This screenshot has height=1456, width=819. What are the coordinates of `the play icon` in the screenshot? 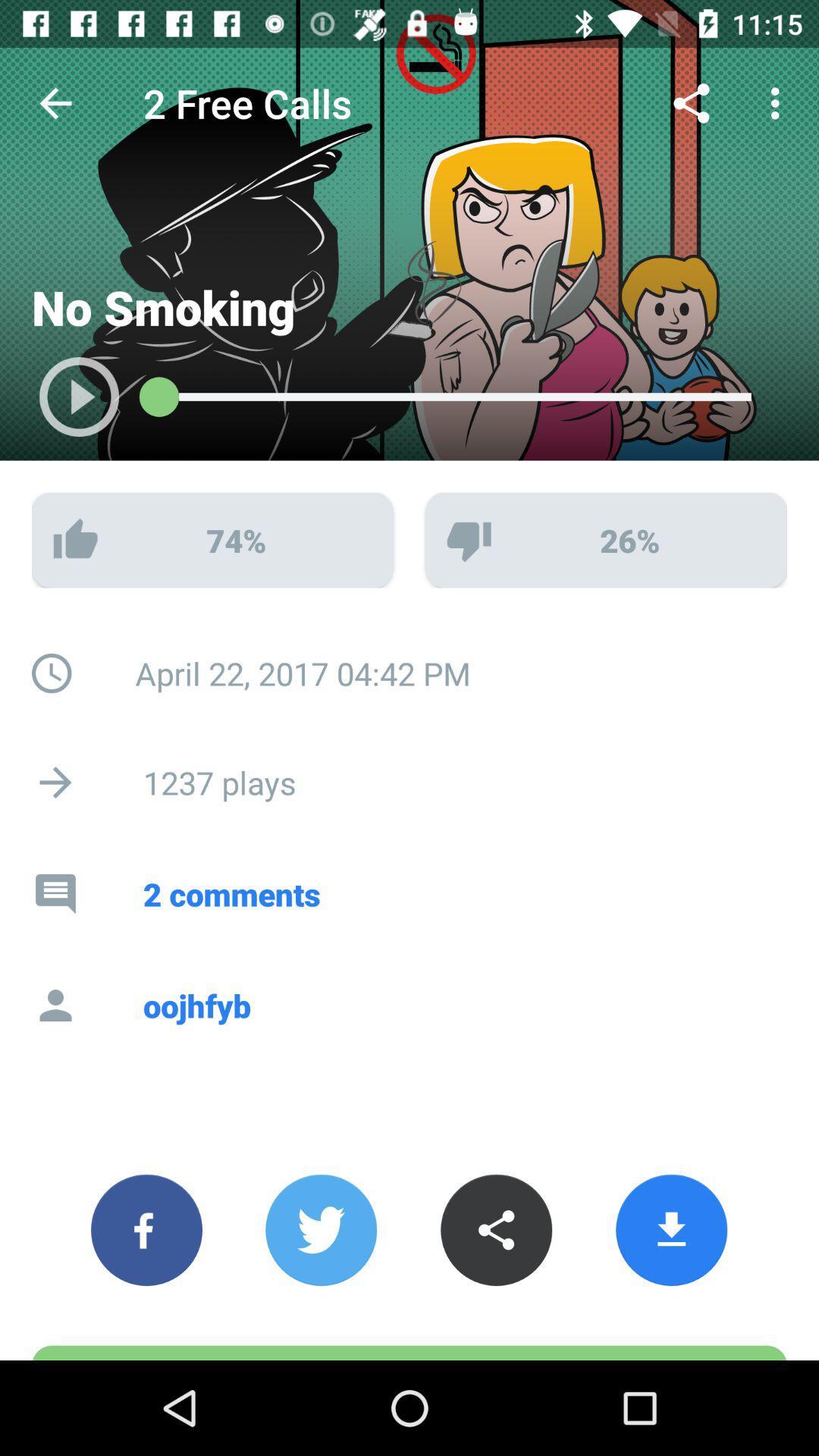 It's located at (63, 404).